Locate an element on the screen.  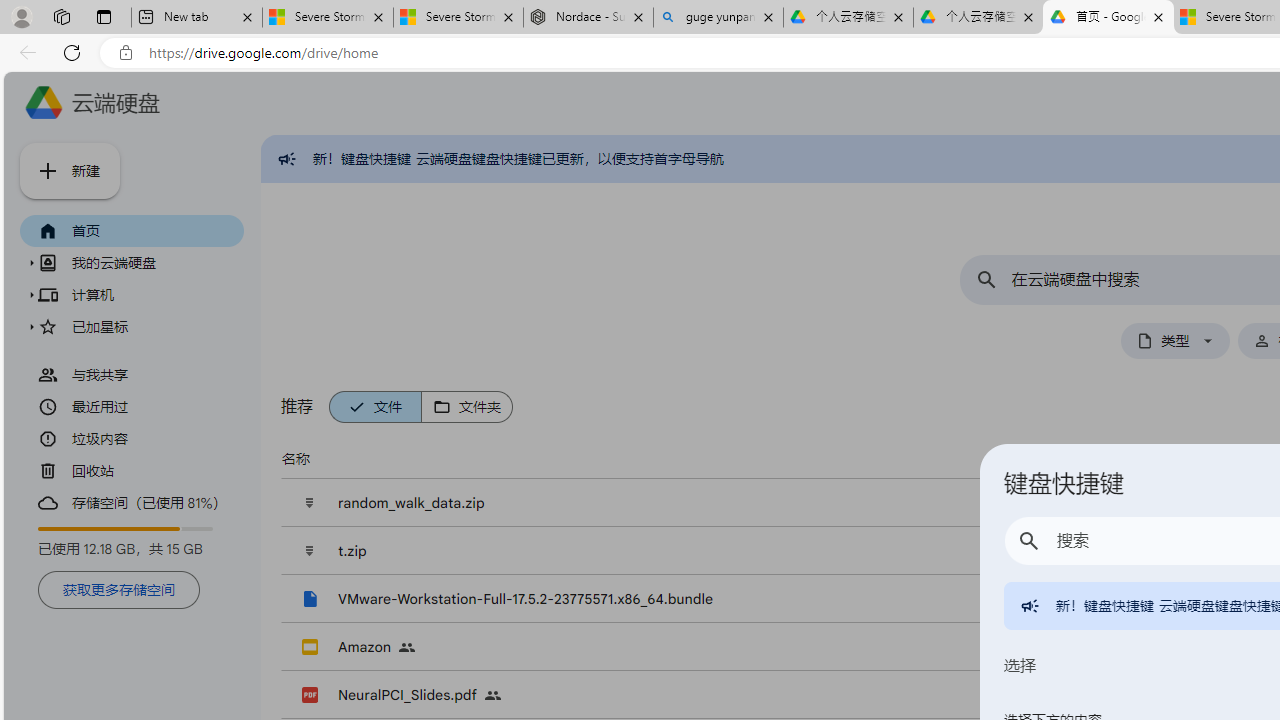
'Nordace - Summer Adventures 2024' is located at coordinates (587, 17).